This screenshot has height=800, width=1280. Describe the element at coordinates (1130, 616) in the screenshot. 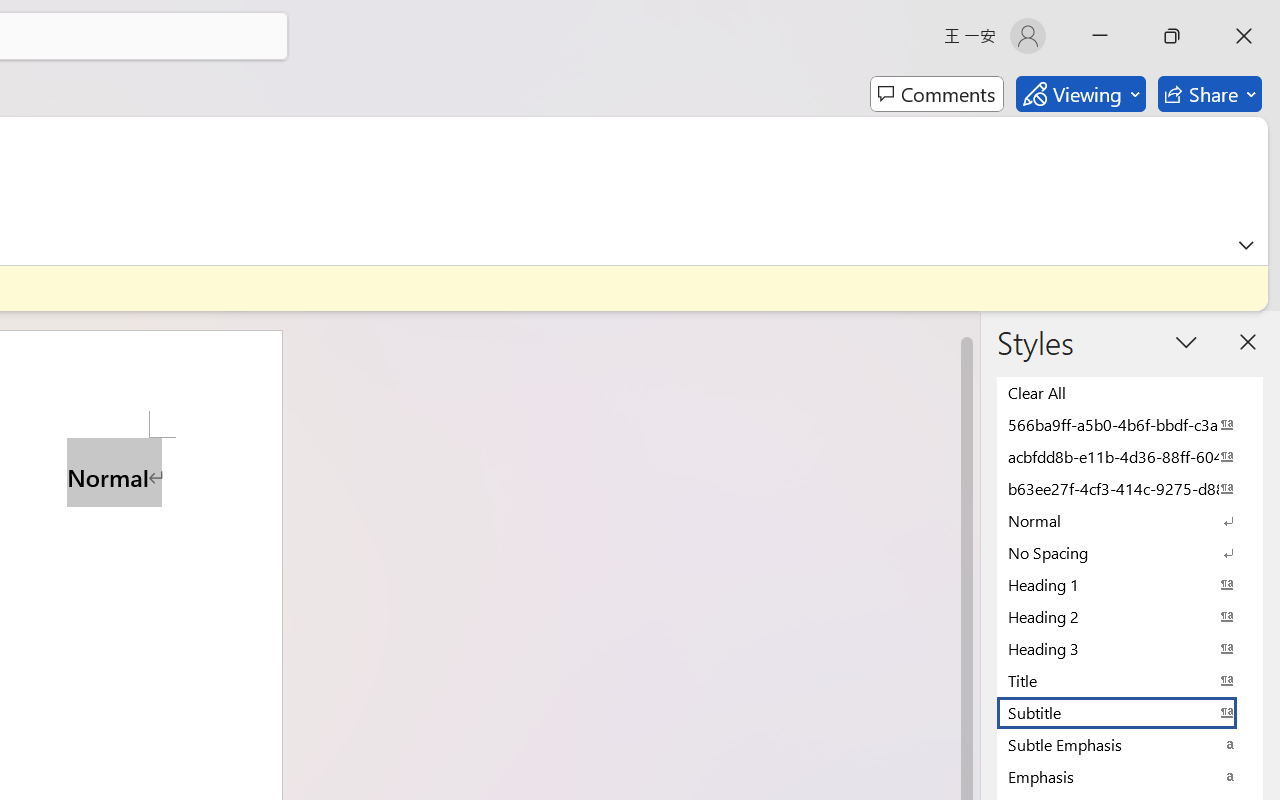

I see `'Heading 2'` at that location.